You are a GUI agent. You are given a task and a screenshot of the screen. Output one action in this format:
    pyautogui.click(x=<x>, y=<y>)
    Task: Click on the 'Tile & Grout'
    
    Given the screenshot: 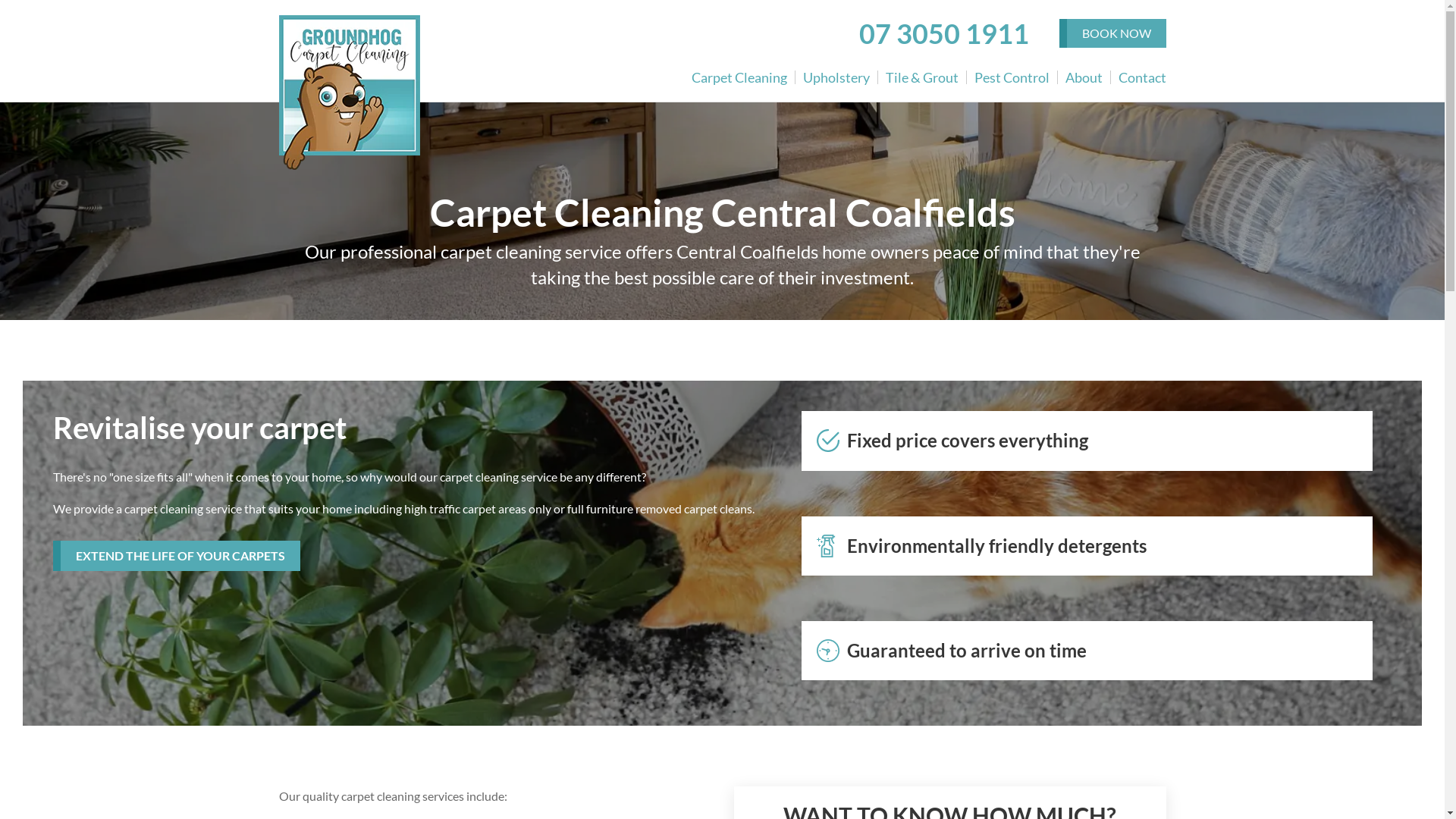 What is the action you would take?
    pyautogui.click(x=921, y=77)
    